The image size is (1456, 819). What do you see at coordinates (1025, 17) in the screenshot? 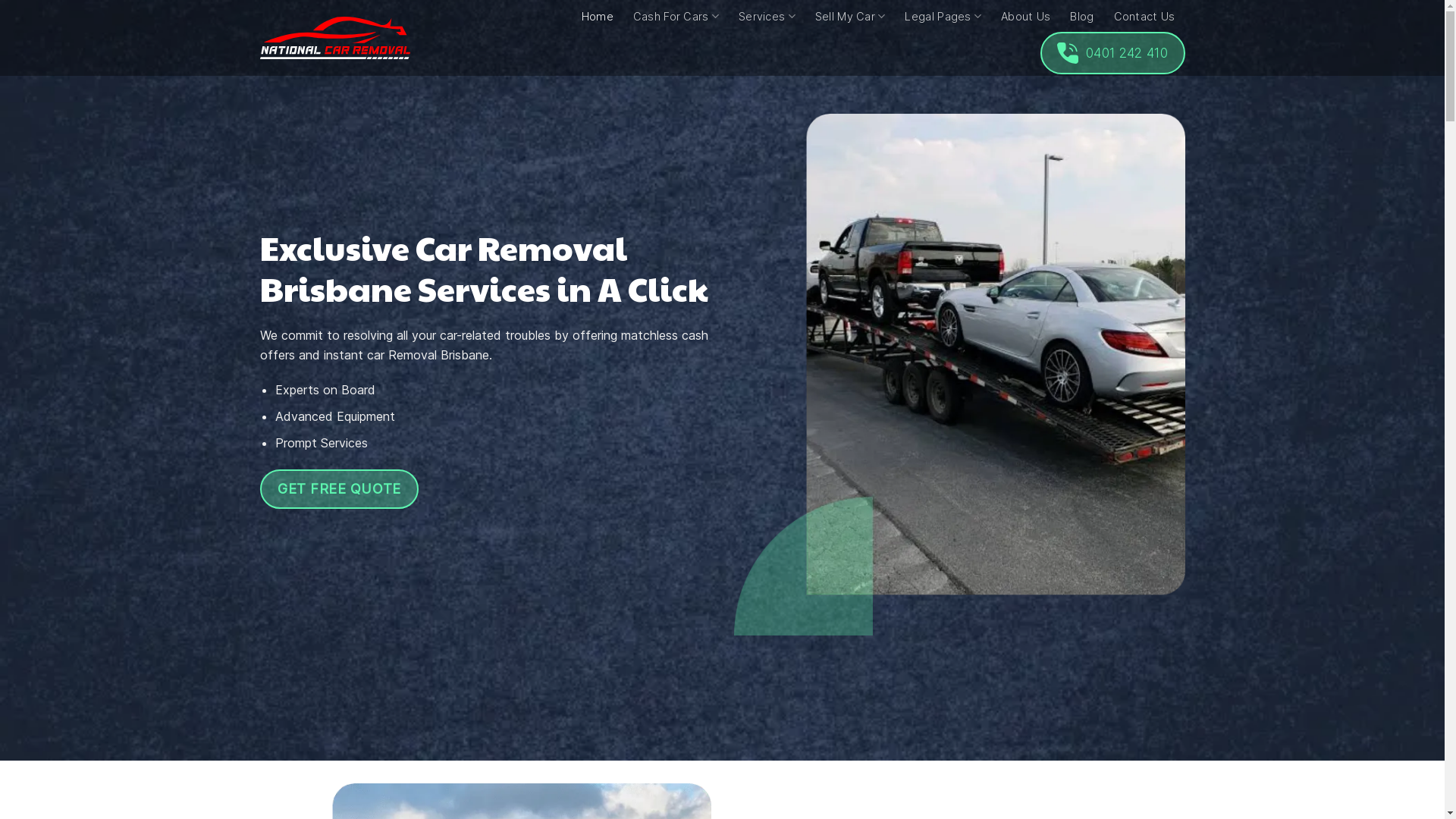
I see `'About Us'` at bounding box center [1025, 17].